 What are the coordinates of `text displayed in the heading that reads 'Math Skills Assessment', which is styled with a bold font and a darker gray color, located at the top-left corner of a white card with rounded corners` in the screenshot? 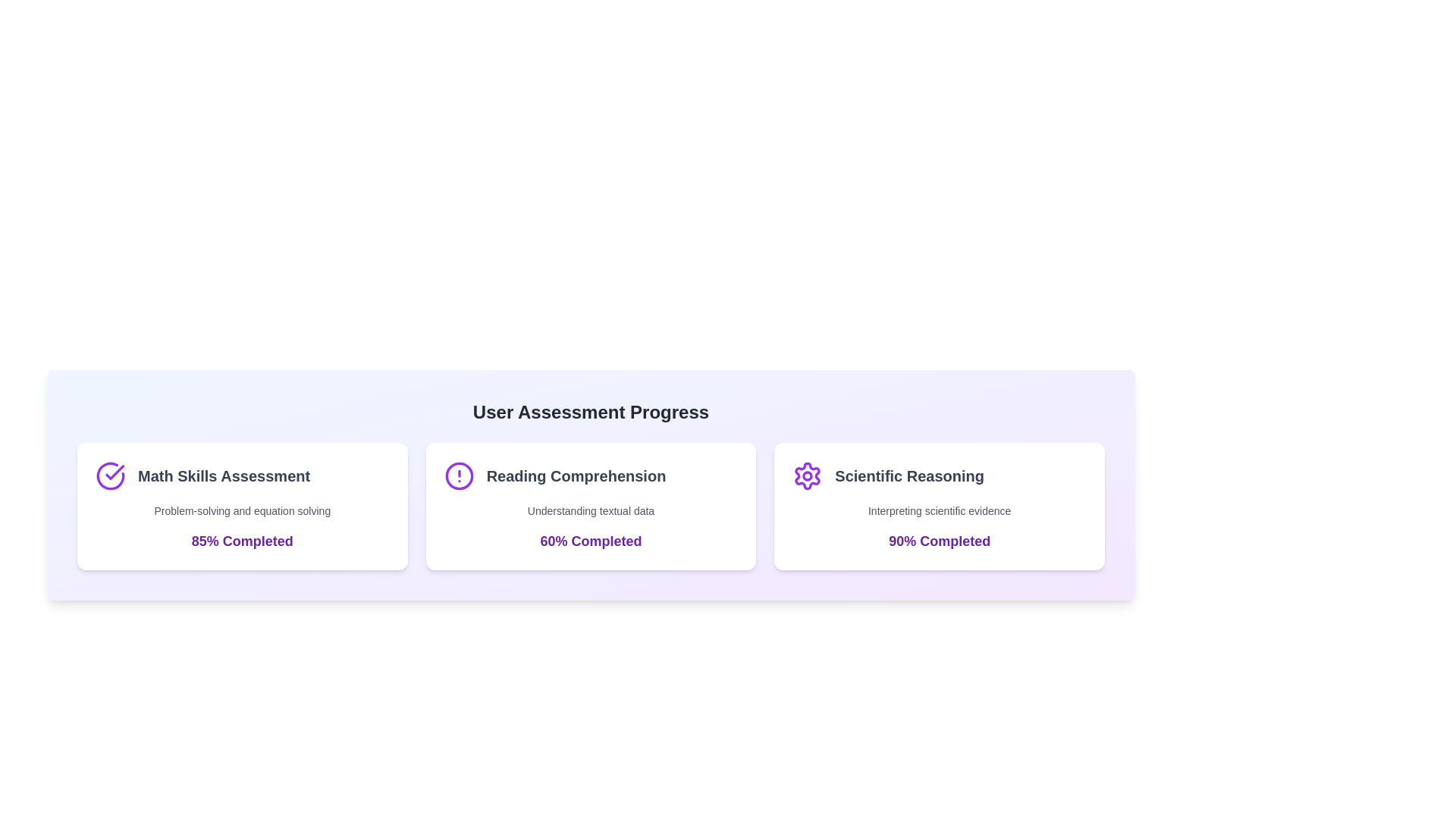 It's located at (241, 475).